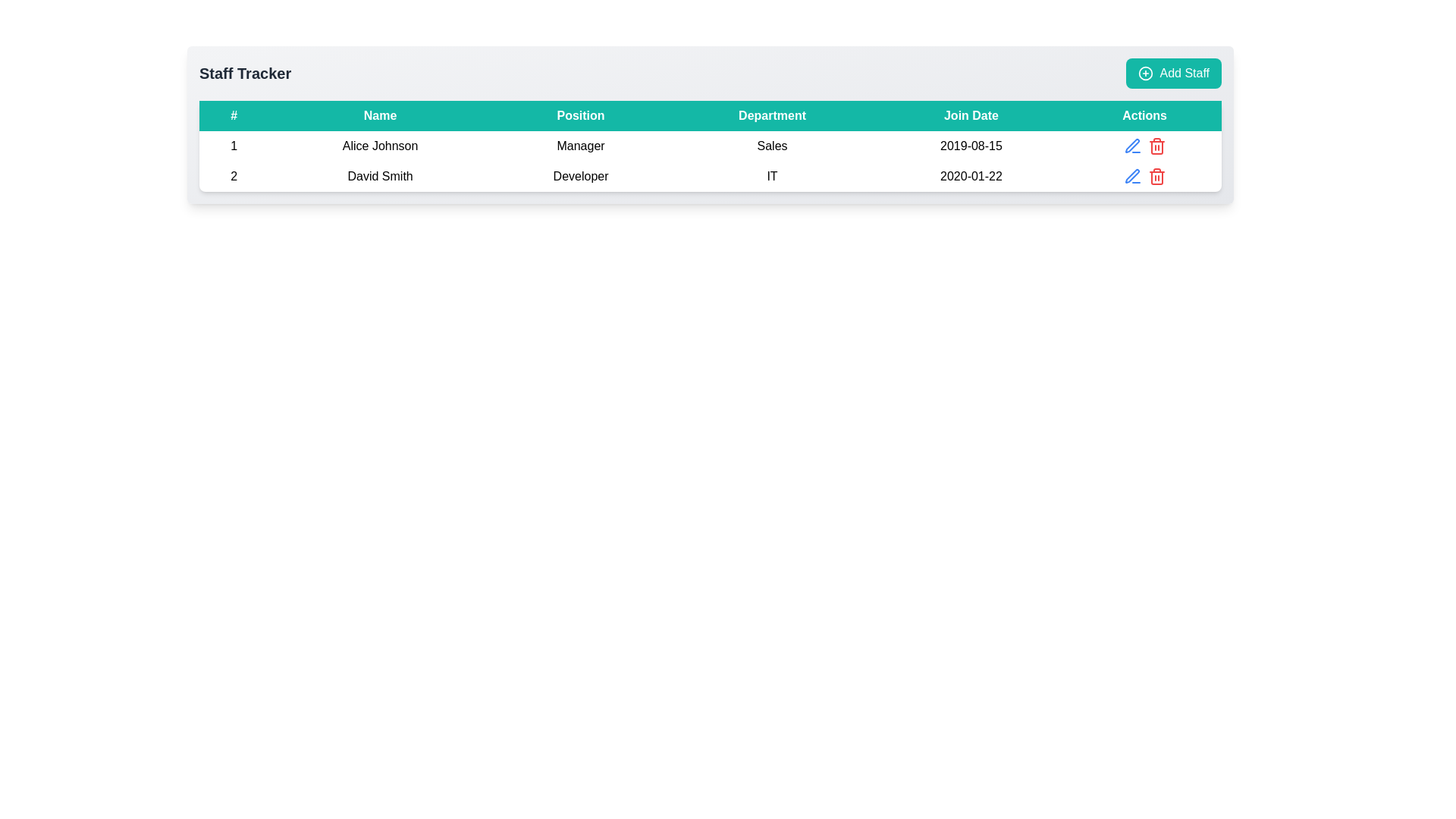 The width and height of the screenshot is (1456, 819). What do you see at coordinates (709, 146) in the screenshot?
I see `the first table row displaying employee information for Alice Johnson` at bounding box center [709, 146].